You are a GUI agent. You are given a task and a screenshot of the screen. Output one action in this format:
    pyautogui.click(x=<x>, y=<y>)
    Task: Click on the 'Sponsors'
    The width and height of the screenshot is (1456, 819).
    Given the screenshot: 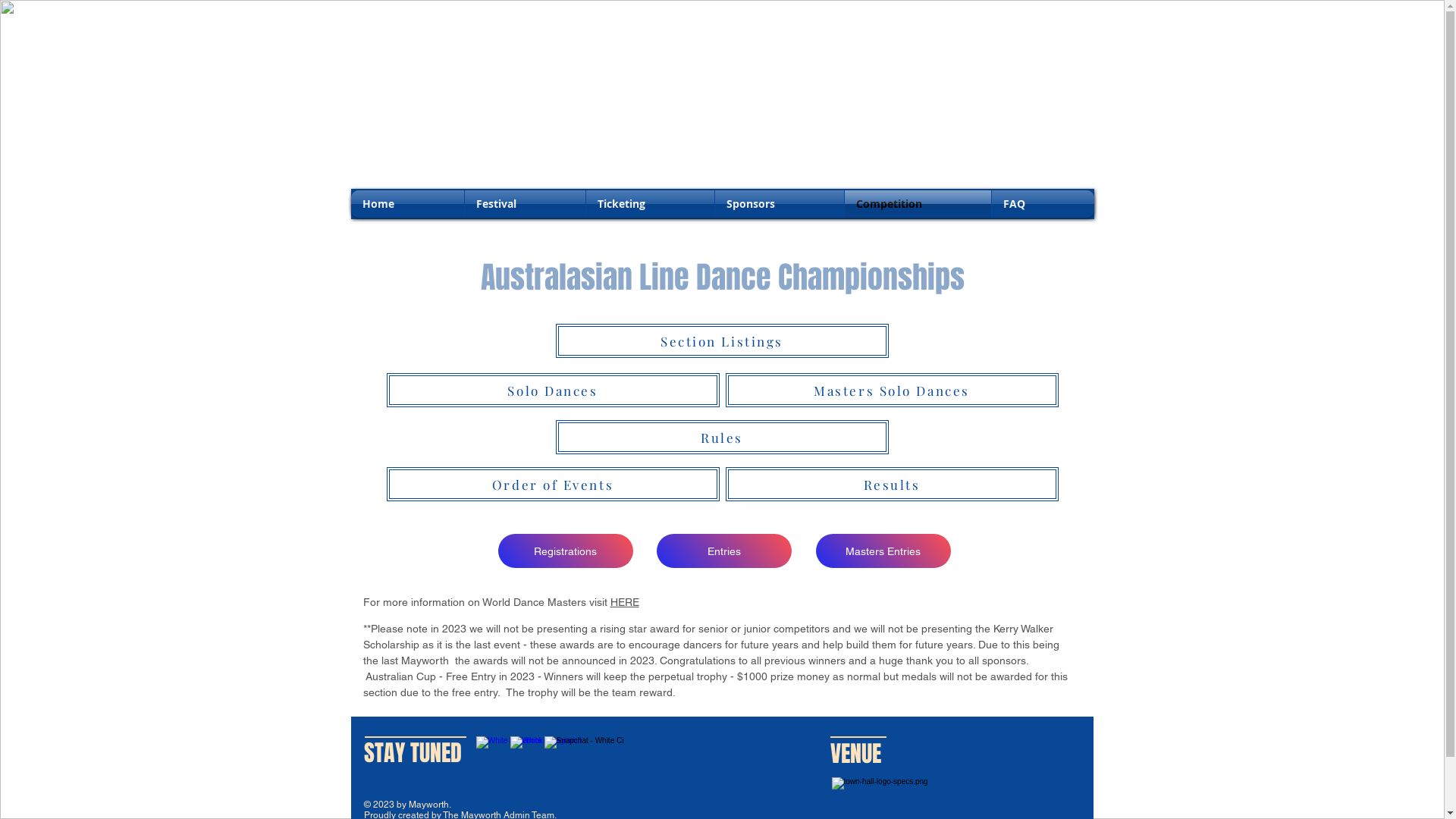 What is the action you would take?
    pyautogui.click(x=779, y=203)
    